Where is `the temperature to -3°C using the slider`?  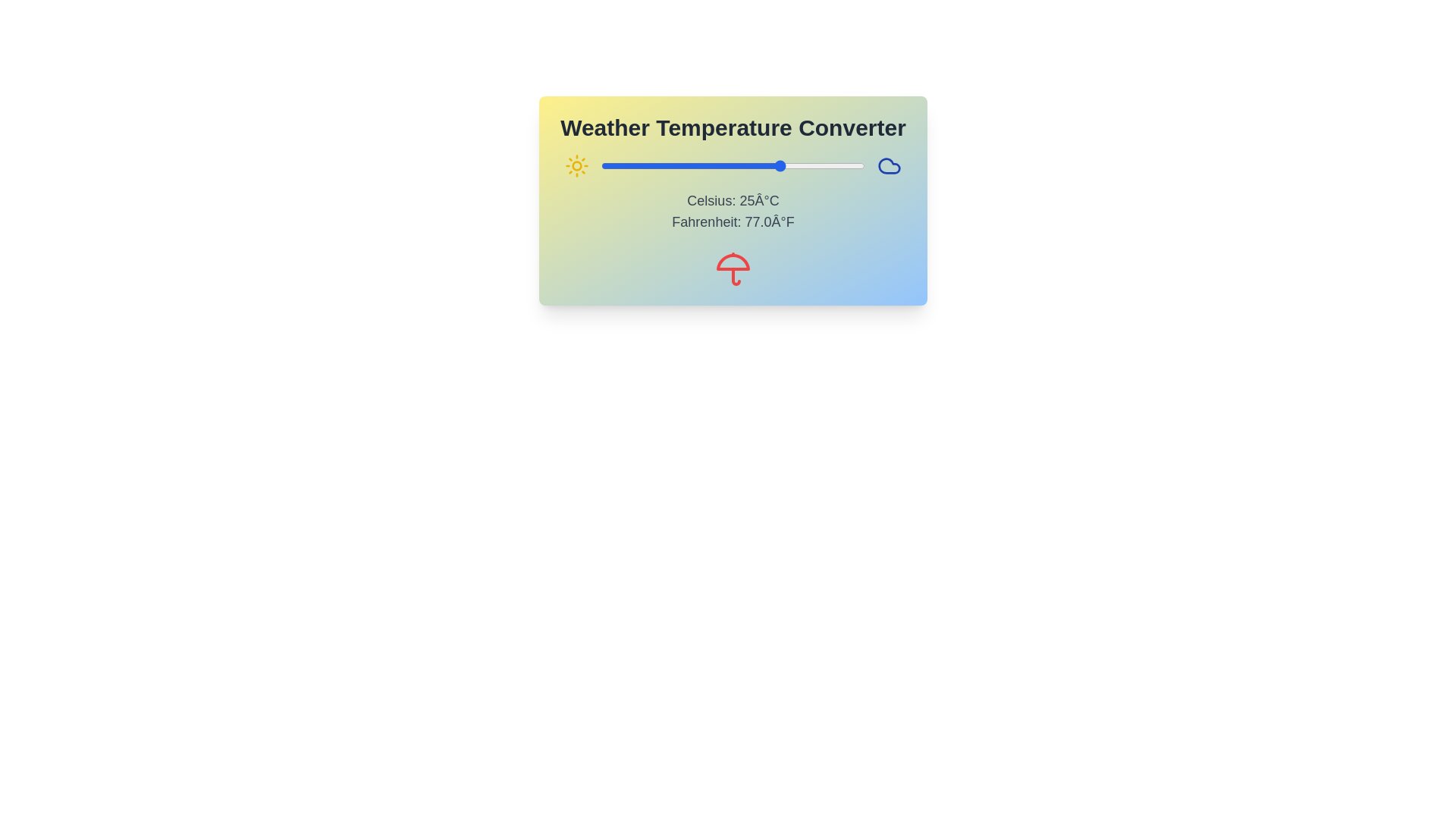
the temperature to -3°C using the slider is located at coordinates (689, 166).